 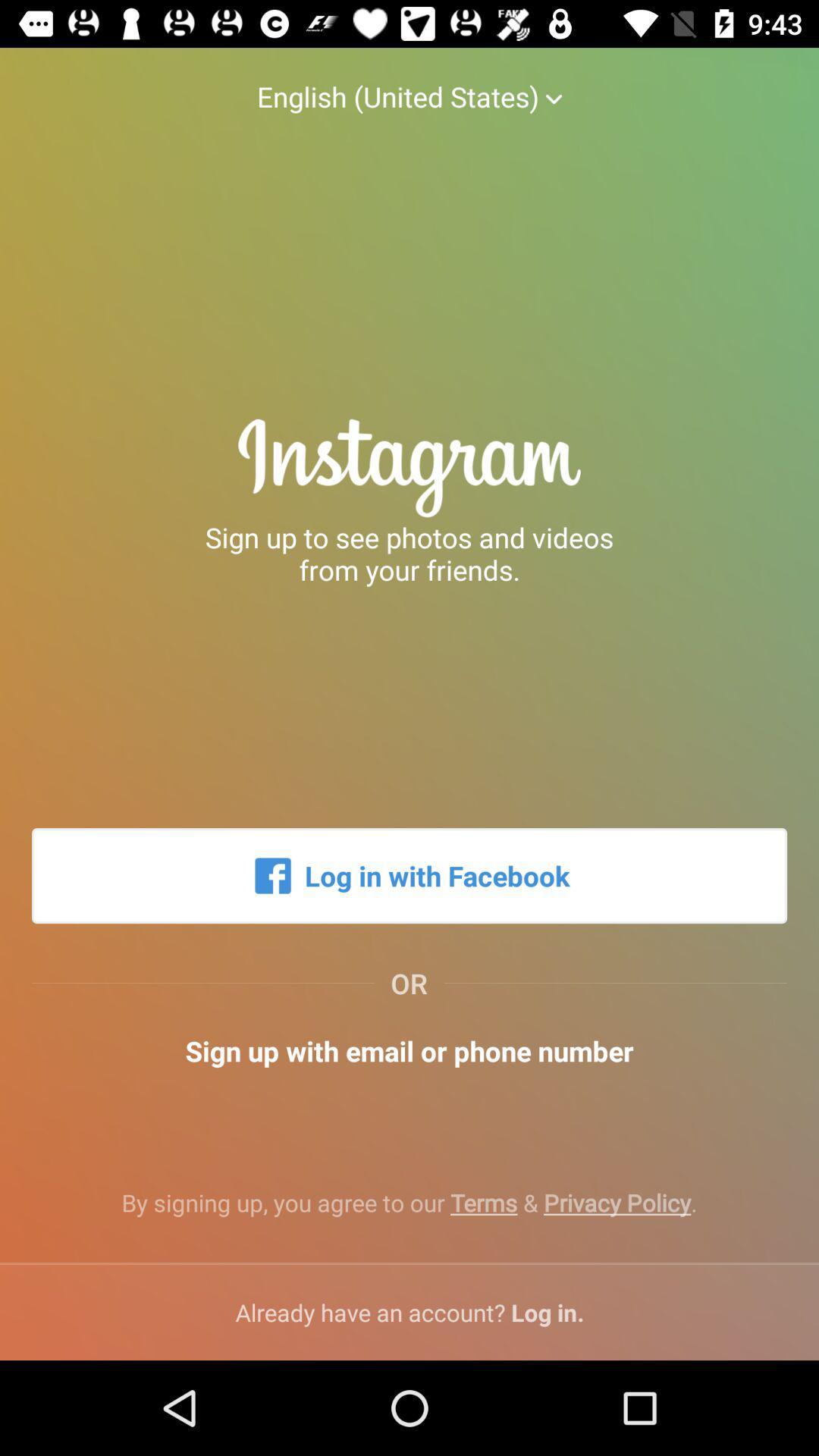 What do you see at coordinates (409, 1215) in the screenshot?
I see `by signing up icon` at bounding box center [409, 1215].